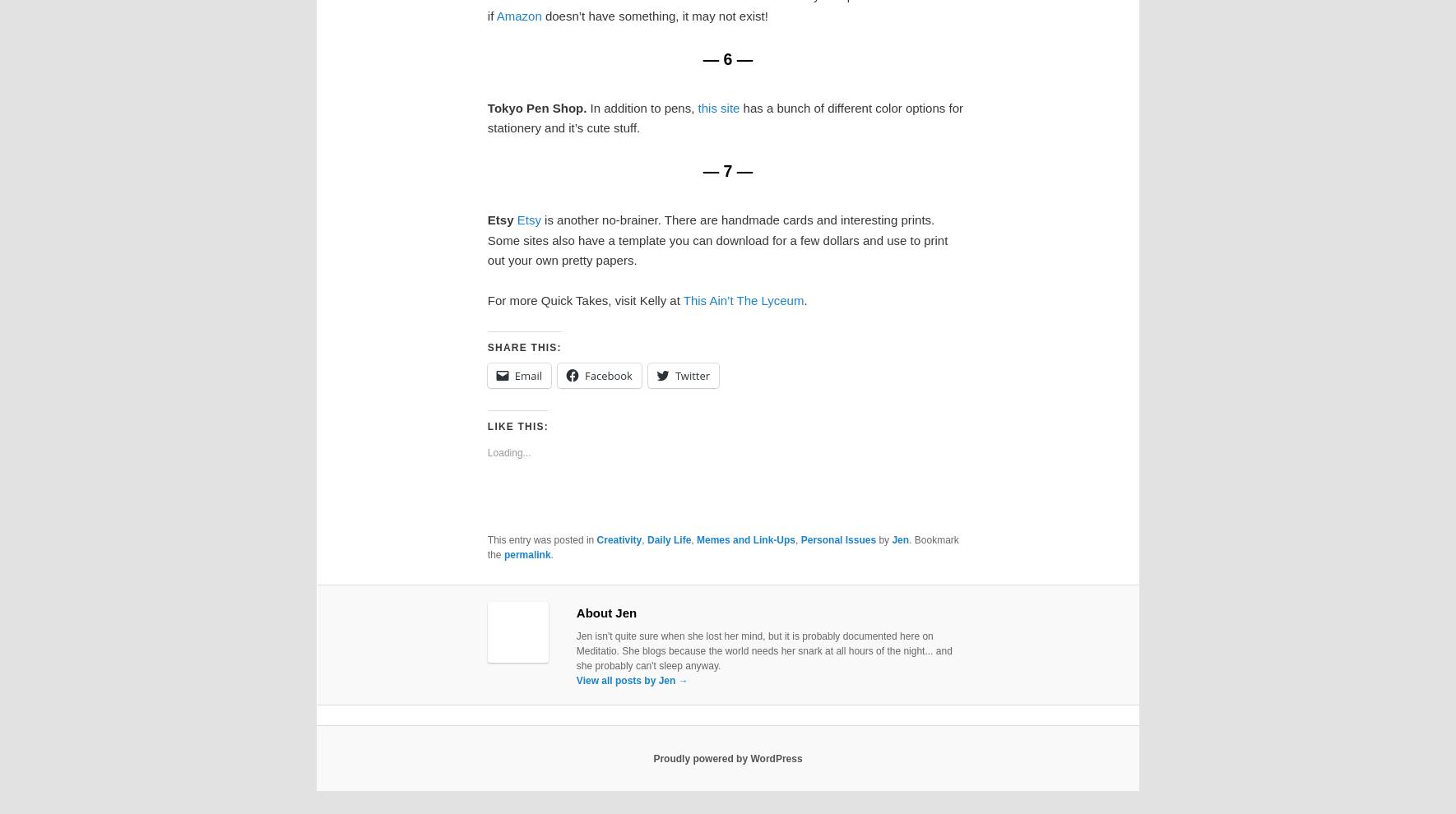 Image resolution: width=1456 pixels, height=814 pixels. What do you see at coordinates (883, 539) in the screenshot?
I see `'by'` at bounding box center [883, 539].